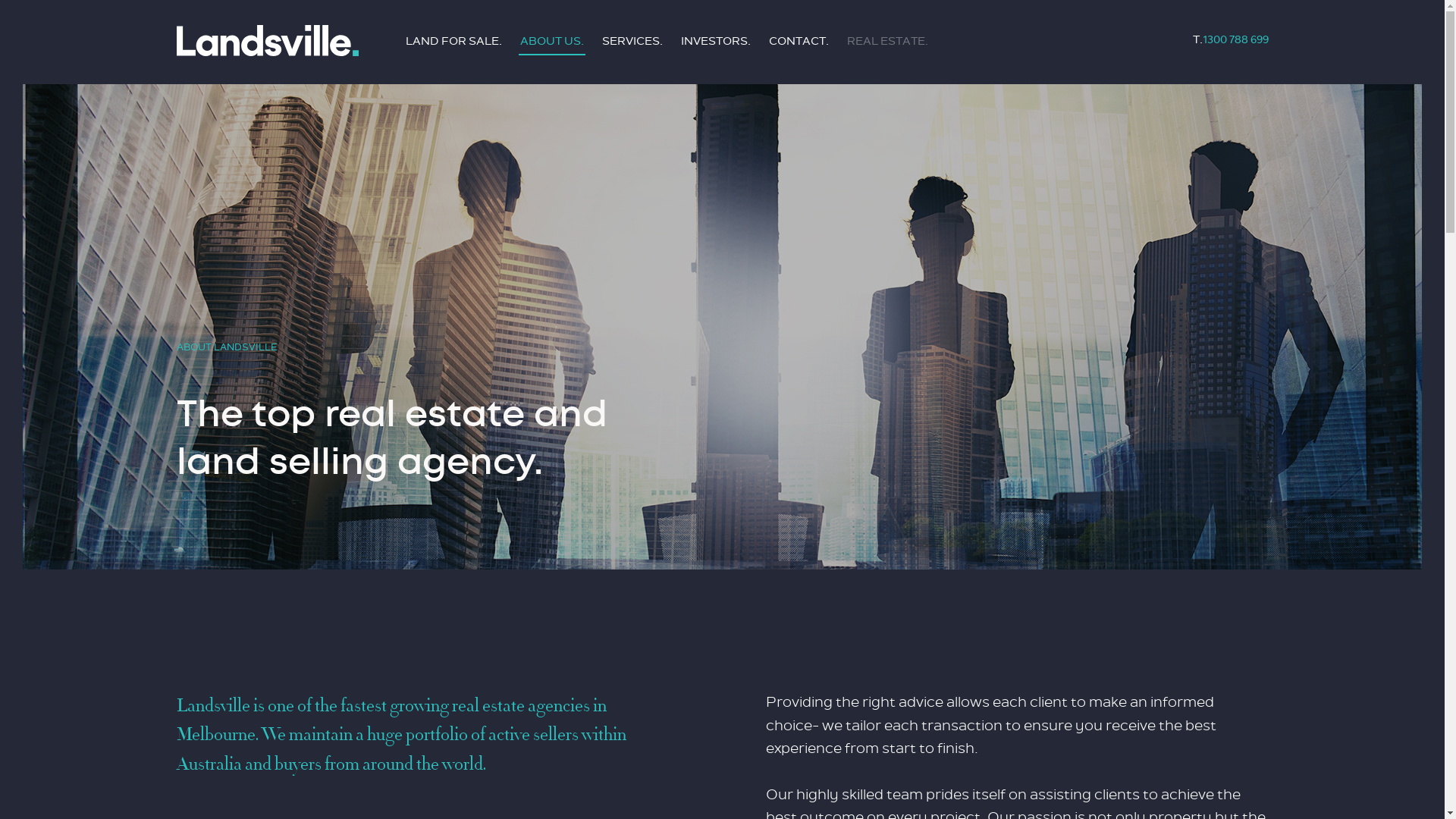  What do you see at coordinates (551, 40) in the screenshot?
I see `'ABOUT US.'` at bounding box center [551, 40].